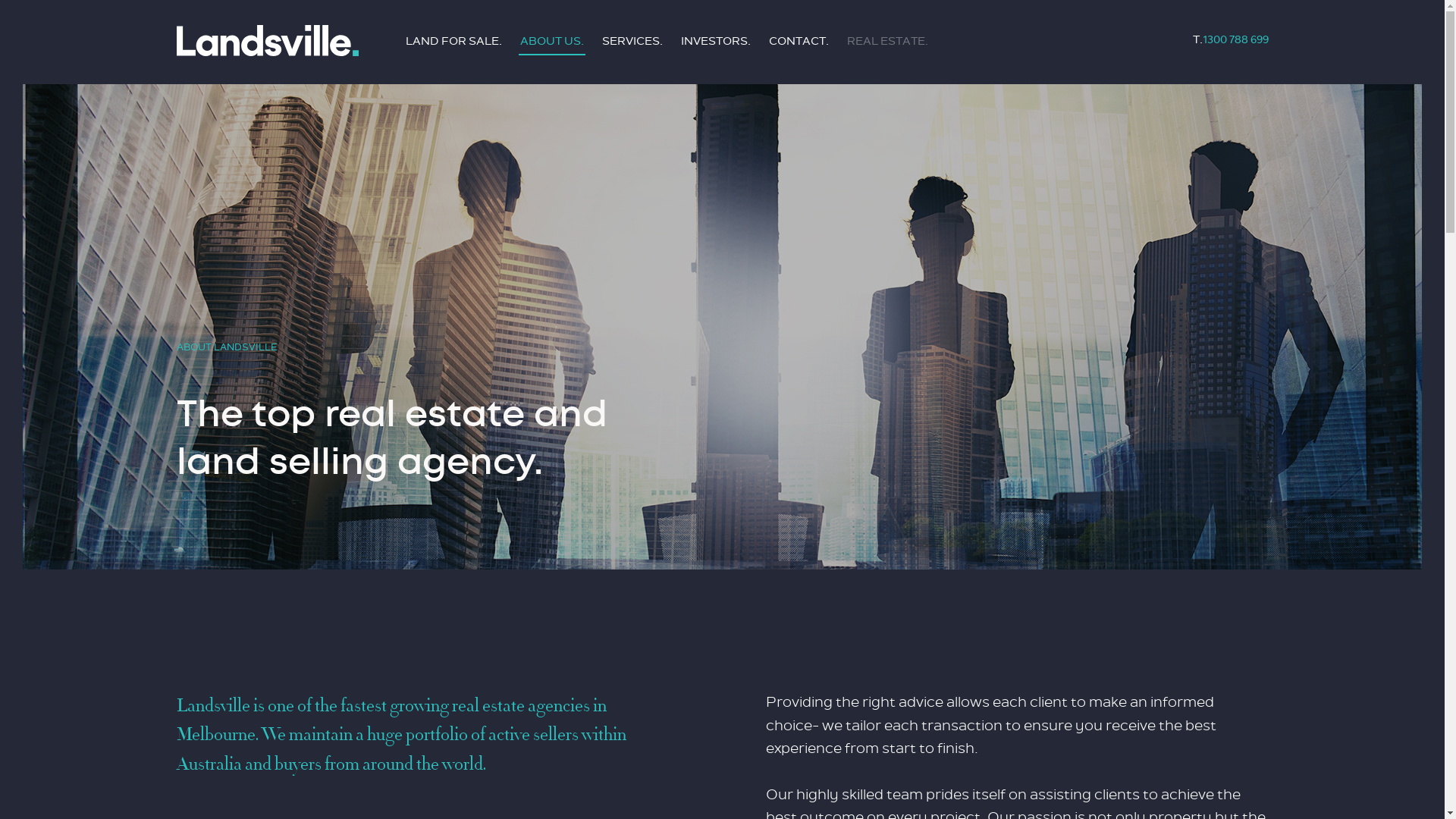  What do you see at coordinates (551, 40) in the screenshot?
I see `'ABOUT US.'` at bounding box center [551, 40].